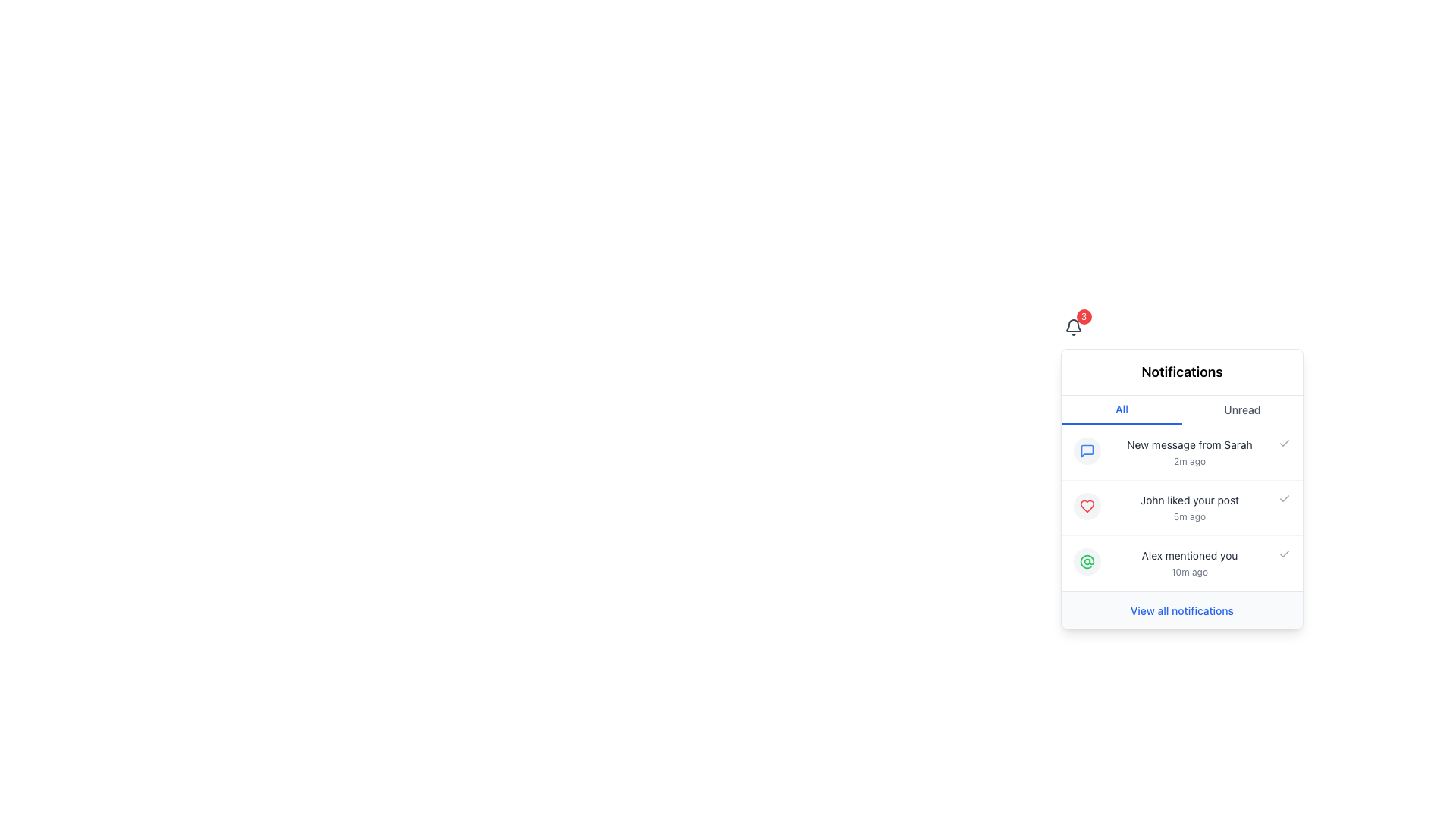 The width and height of the screenshot is (1456, 819). I want to click on the active 'All' tab button, which is the leftmost tab in the notifications dropdown panel, to make it the current selection, so click(1122, 409).